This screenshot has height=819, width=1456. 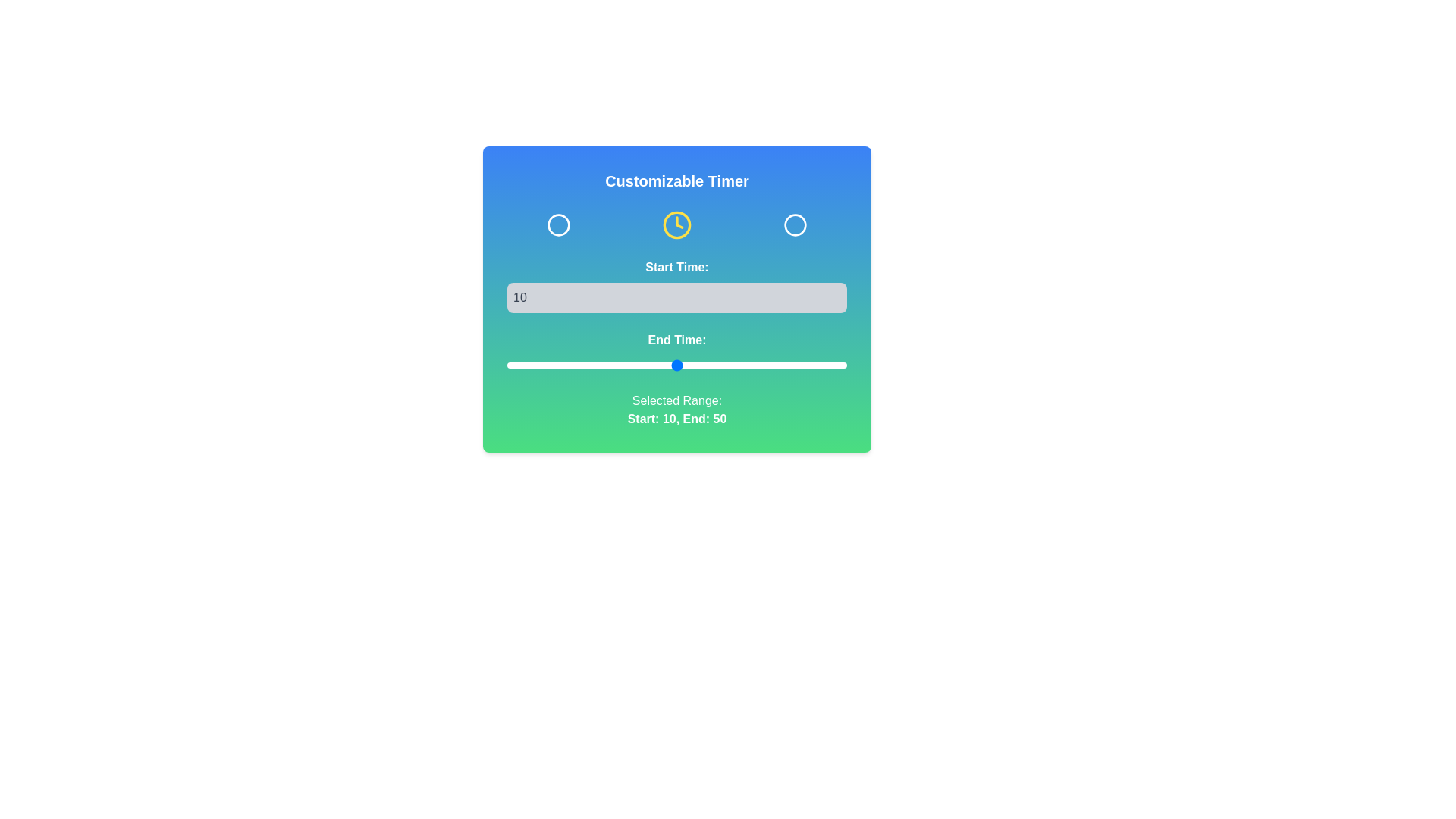 I want to click on the Text label that indicates the start and end values of the selected range, located at the bottom of the card containing the customizable timer, so click(x=676, y=409).